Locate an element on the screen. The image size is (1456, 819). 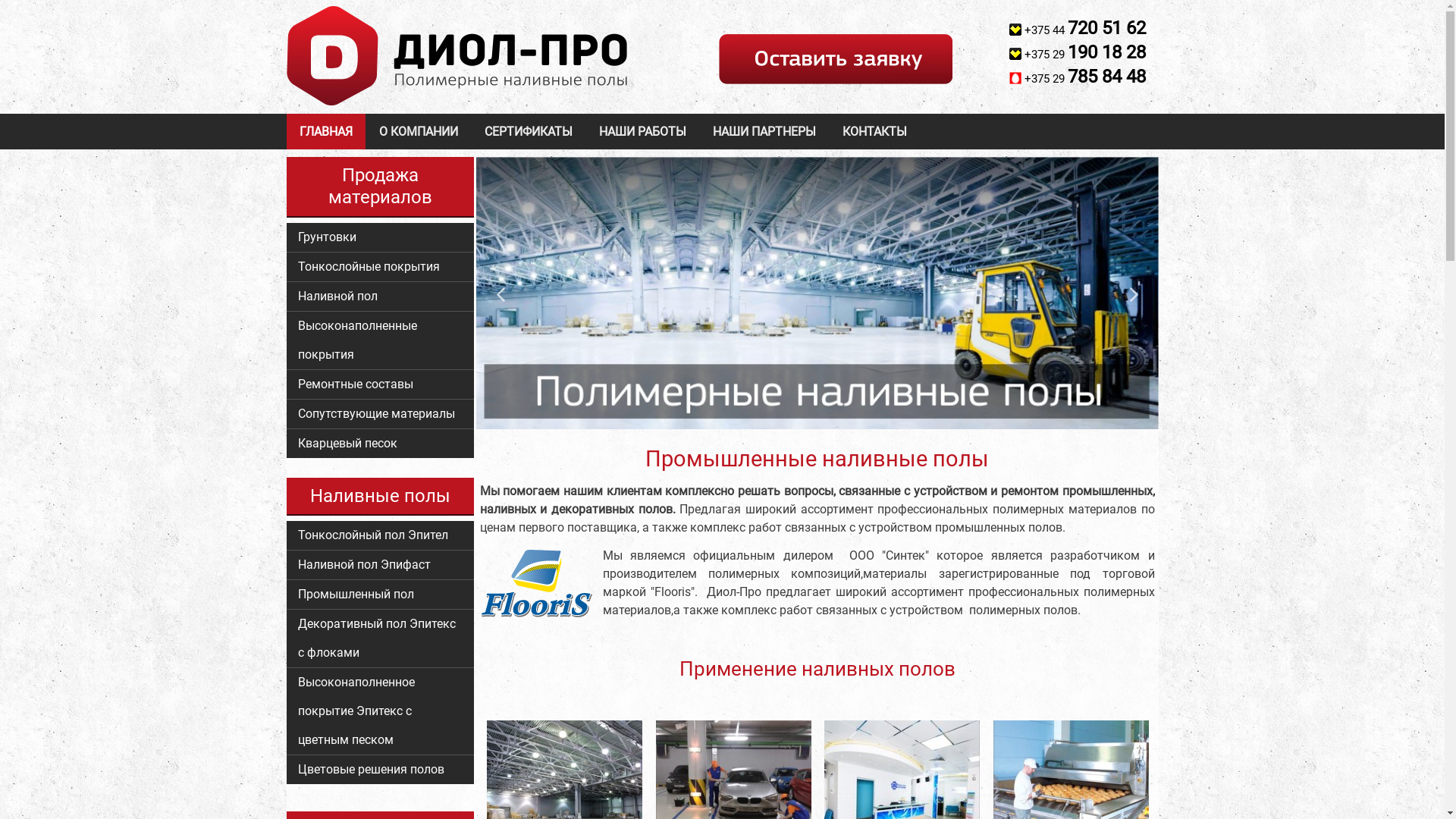
'Next' is located at coordinates (1133, 294).